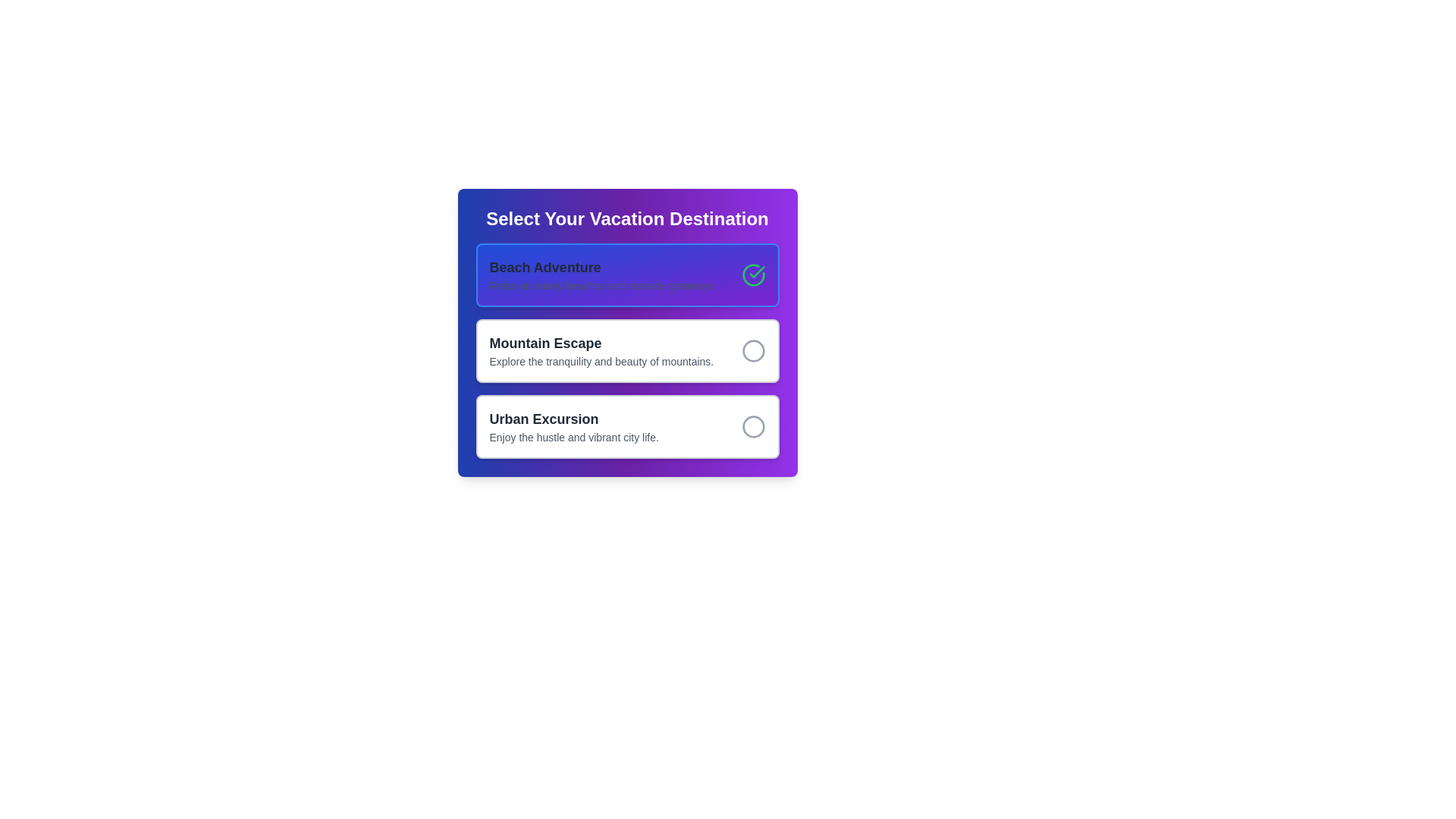  I want to click on the Selectable List Item labeled 'Mountain Escape' to navigate via keyboard, so click(627, 332).